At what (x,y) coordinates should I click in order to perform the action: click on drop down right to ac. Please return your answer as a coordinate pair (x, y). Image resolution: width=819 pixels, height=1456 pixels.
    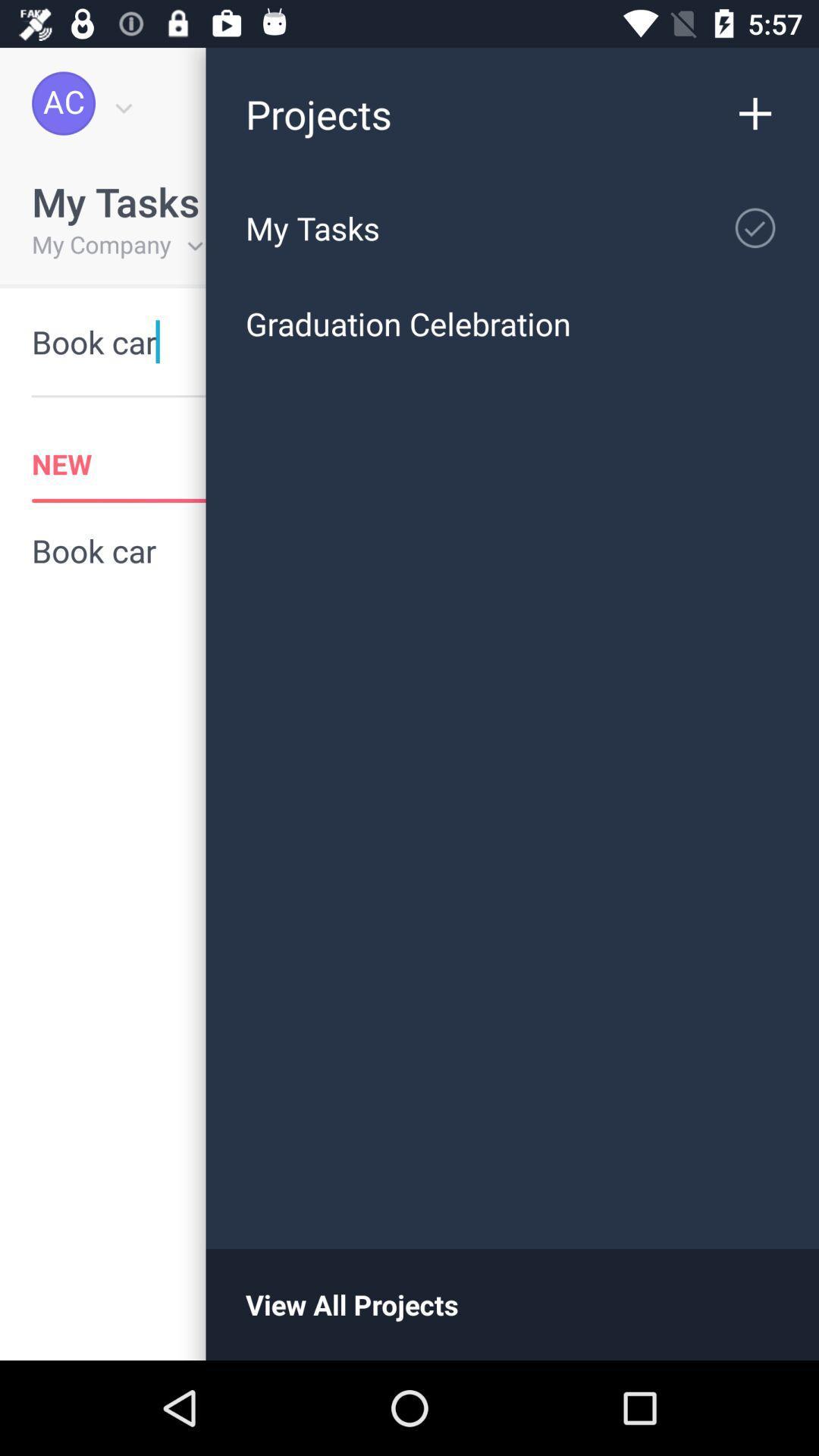
    Looking at the image, I should click on (120, 102).